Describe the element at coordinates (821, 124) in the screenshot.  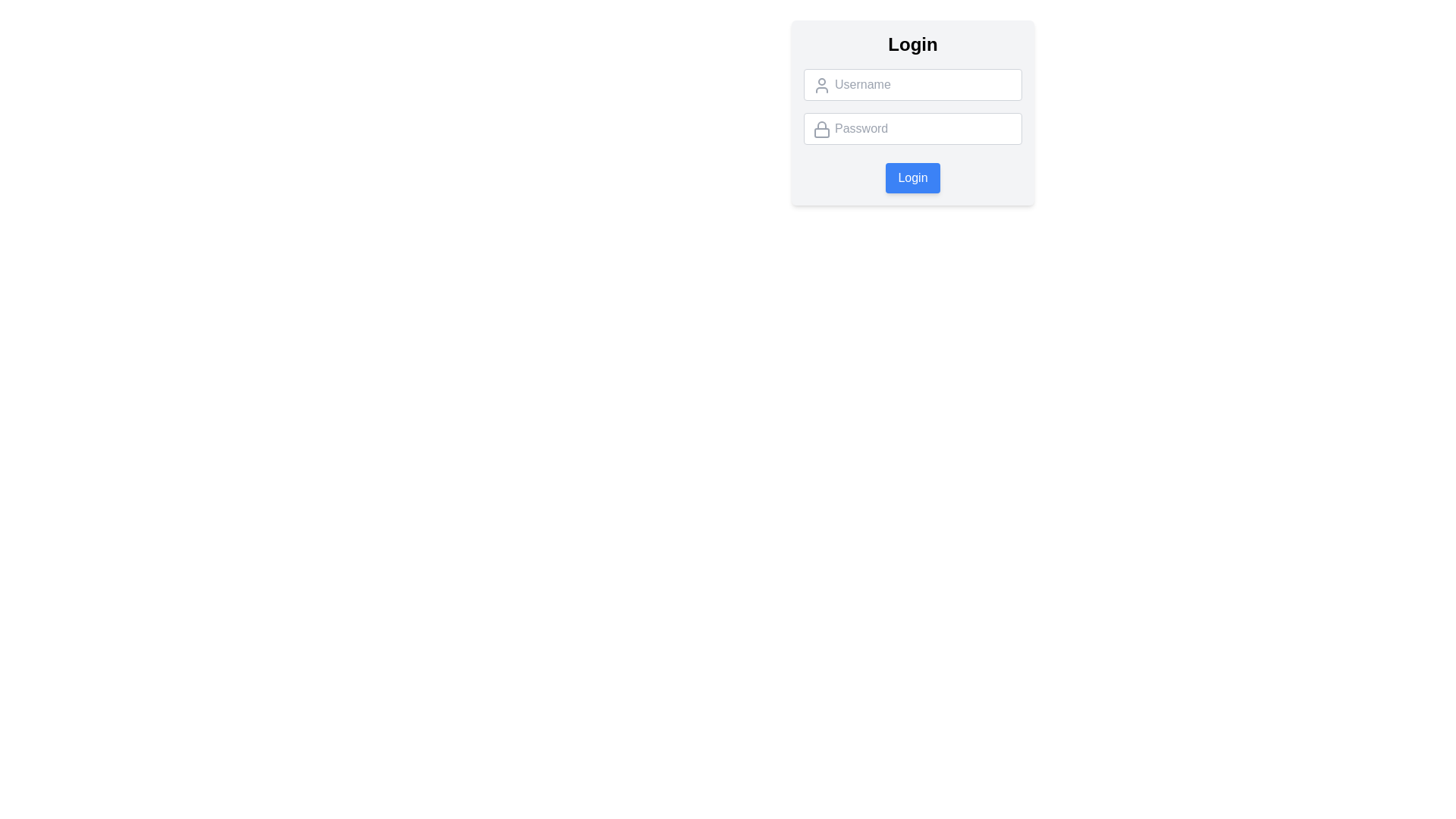
I see `the curved top section of the lock icon overlay located in the center left of the password input field, which is represented by a vector graphic stroke in an SVG format` at that location.